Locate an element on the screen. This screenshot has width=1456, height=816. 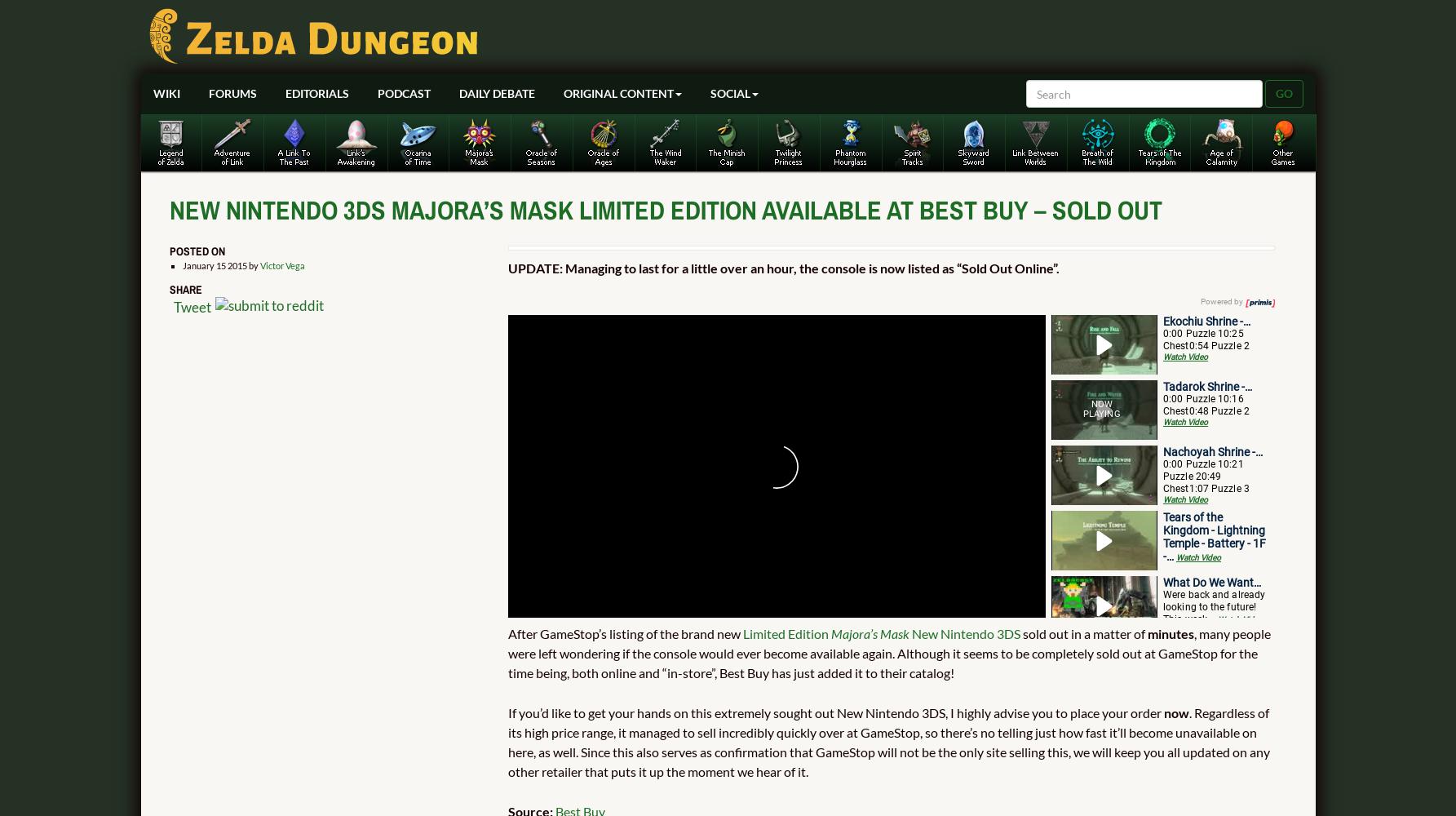
'Limited Edition' is located at coordinates (786, 633).